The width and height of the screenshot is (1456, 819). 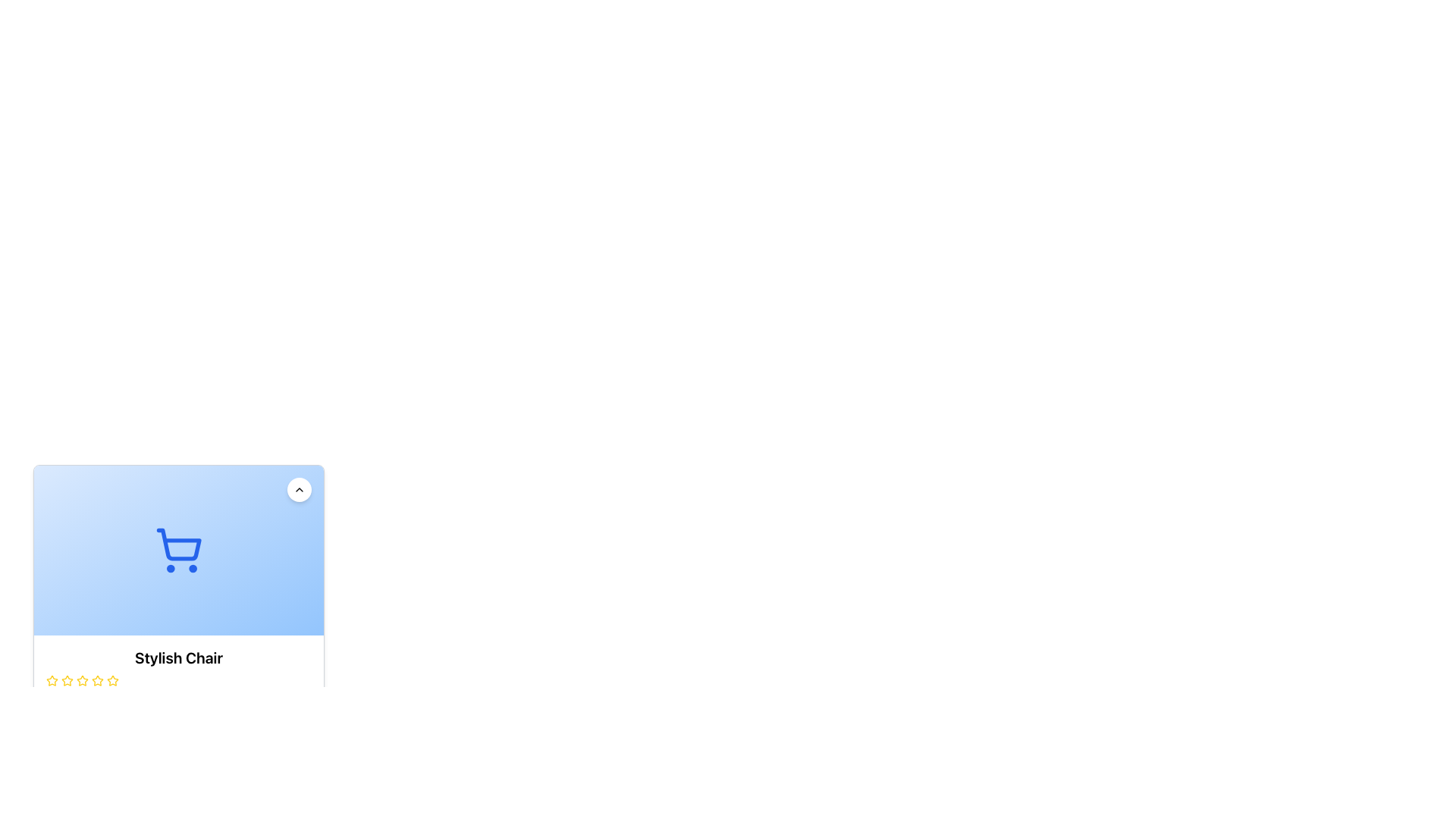 I want to click on the star-shaped icon with a yellow border and transparent fill located beneath the text 'Stylish Chair' in the bottom region of the card component, so click(x=67, y=679).